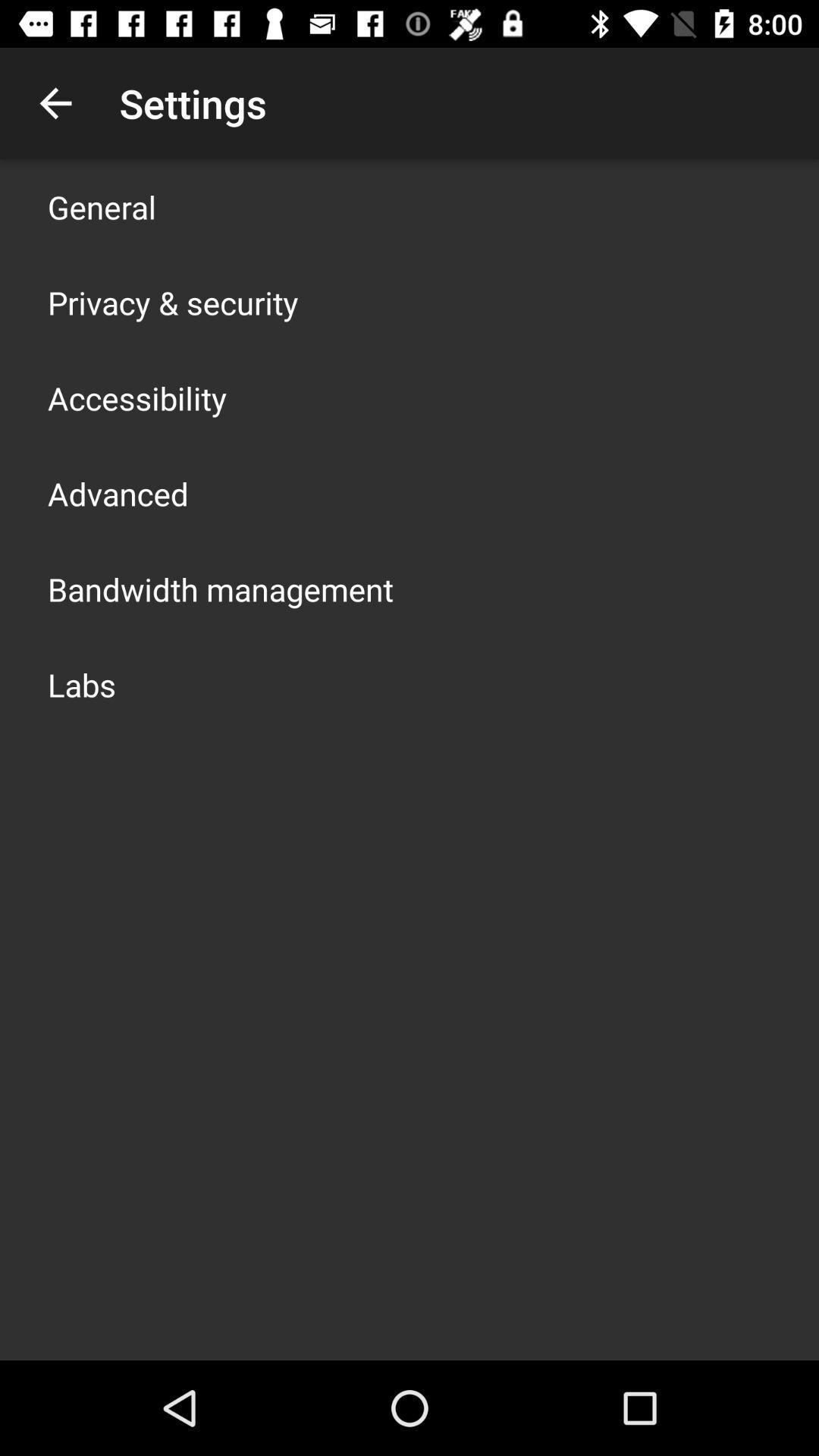 Image resolution: width=819 pixels, height=1456 pixels. I want to click on the advanced app, so click(117, 494).